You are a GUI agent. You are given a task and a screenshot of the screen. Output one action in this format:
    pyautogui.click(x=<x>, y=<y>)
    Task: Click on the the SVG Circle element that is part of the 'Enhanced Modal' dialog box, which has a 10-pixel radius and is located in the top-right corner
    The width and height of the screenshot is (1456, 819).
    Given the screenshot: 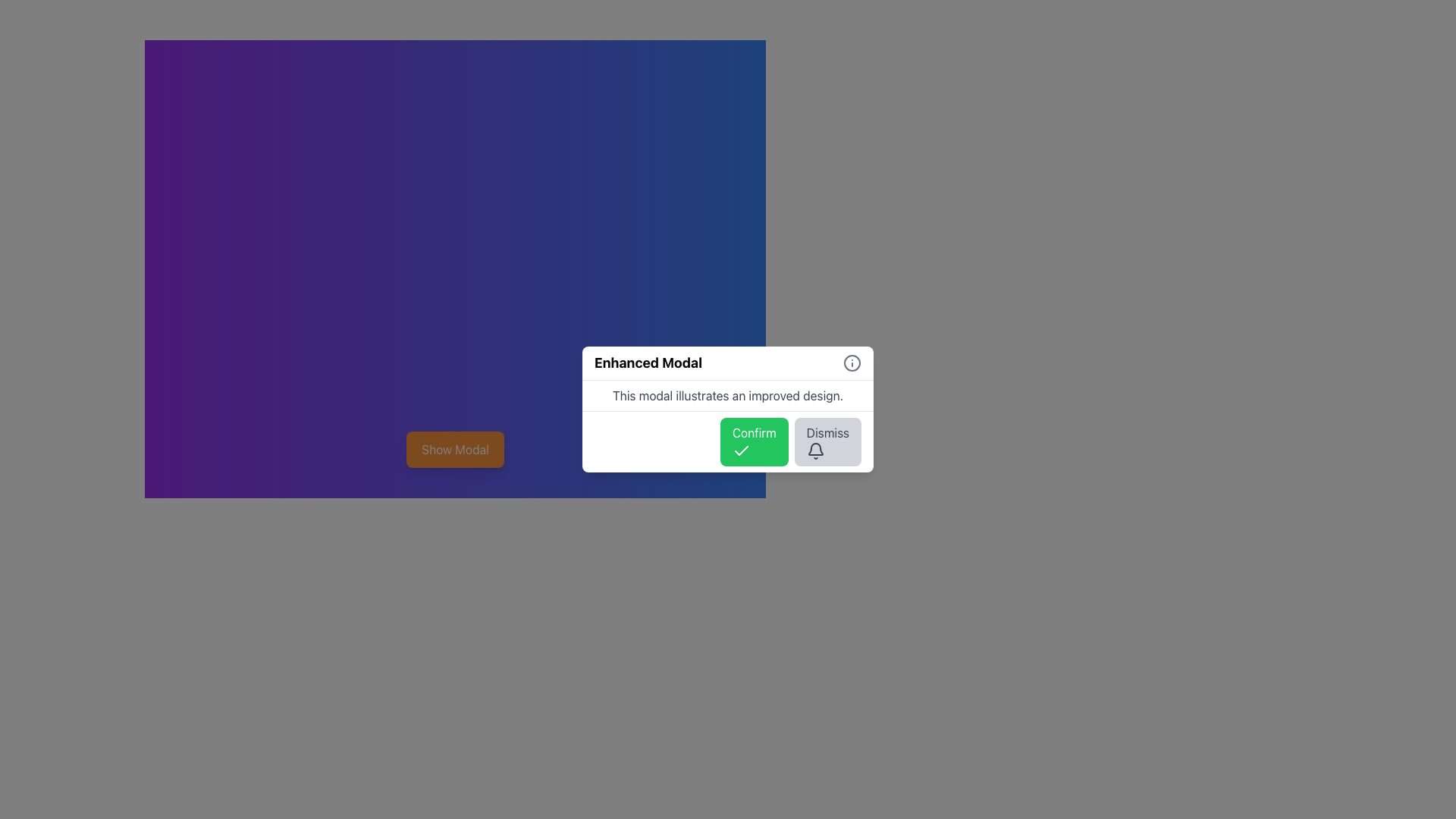 What is the action you would take?
    pyautogui.click(x=852, y=362)
    